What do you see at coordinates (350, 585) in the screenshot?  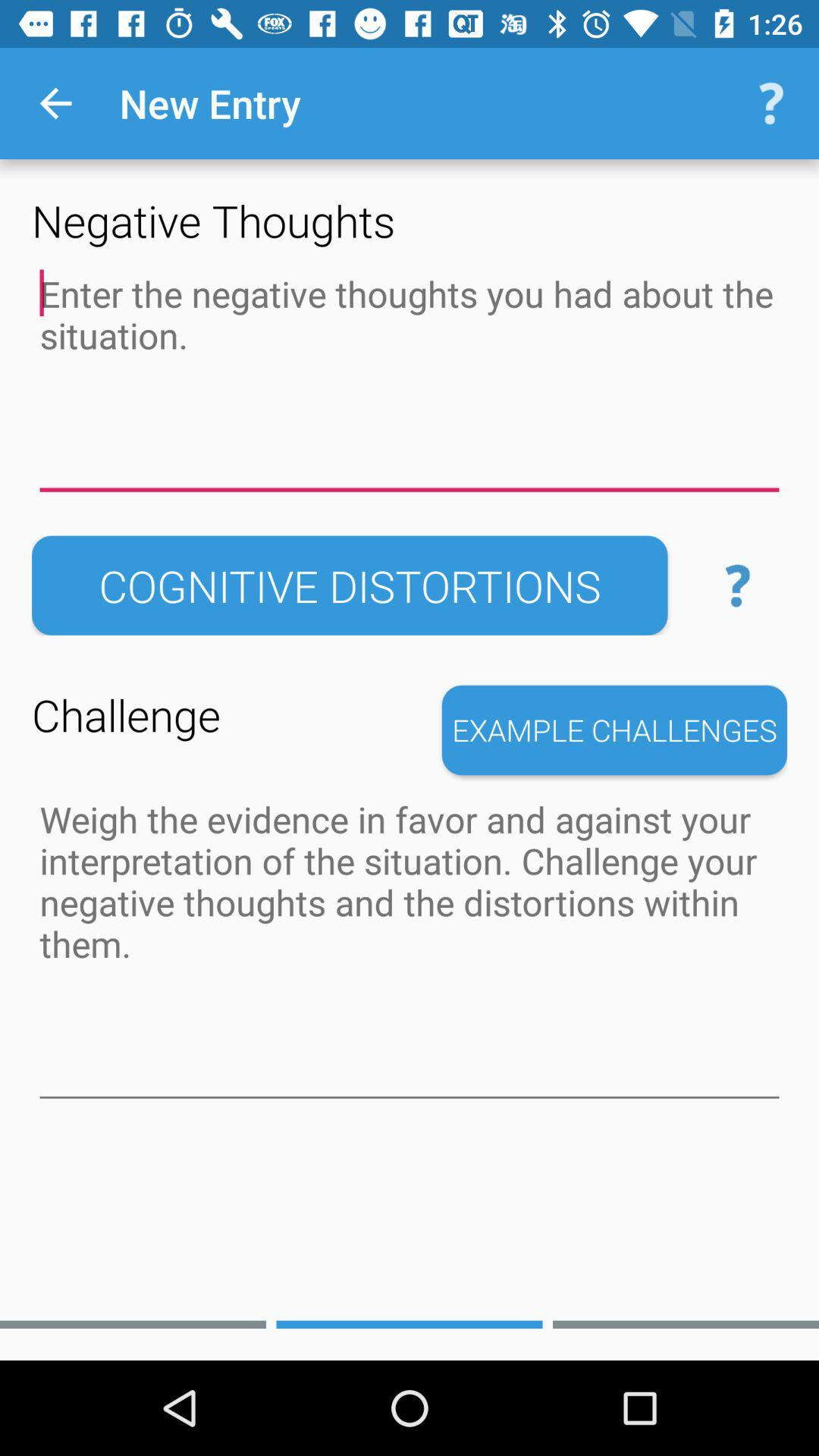 I see `the item above the challenge` at bounding box center [350, 585].